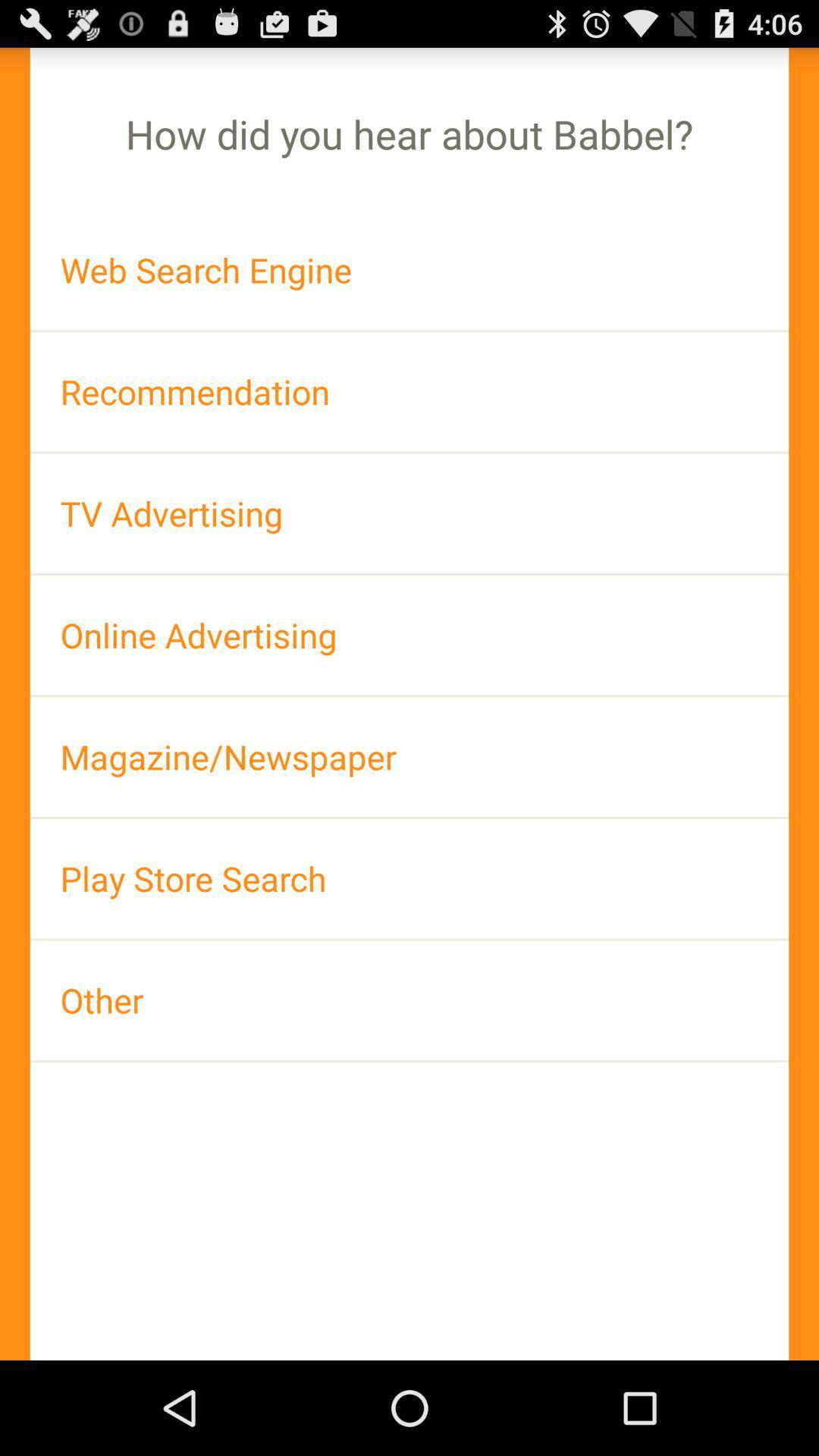 This screenshot has height=1456, width=819. What do you see at coordinates (409, 391) in the screenshot?
I see `icon below web search engine` at bounding box center [409, 391].